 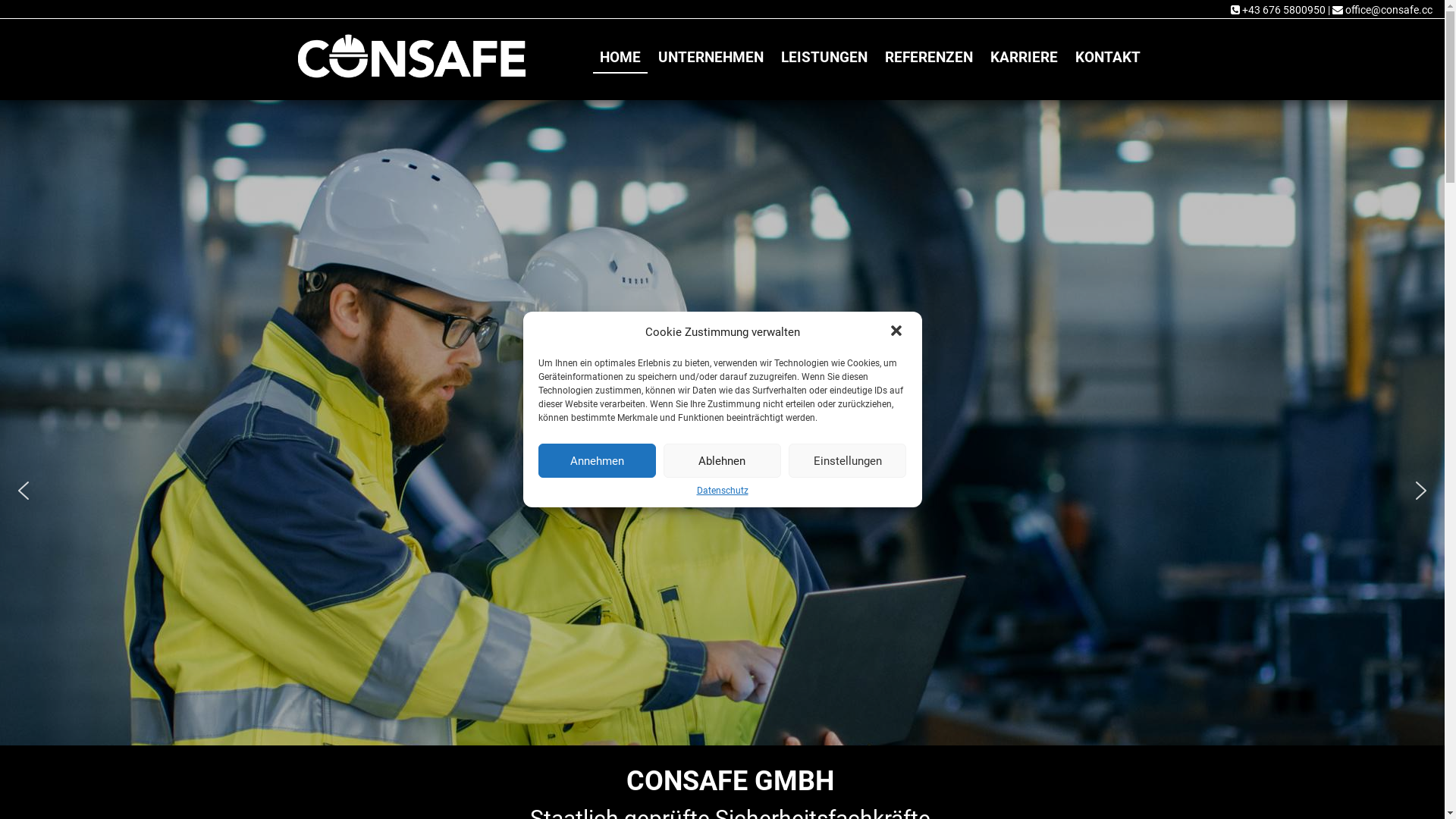 I want to click on 'KONTAKT', so click(x=1106, y=56).